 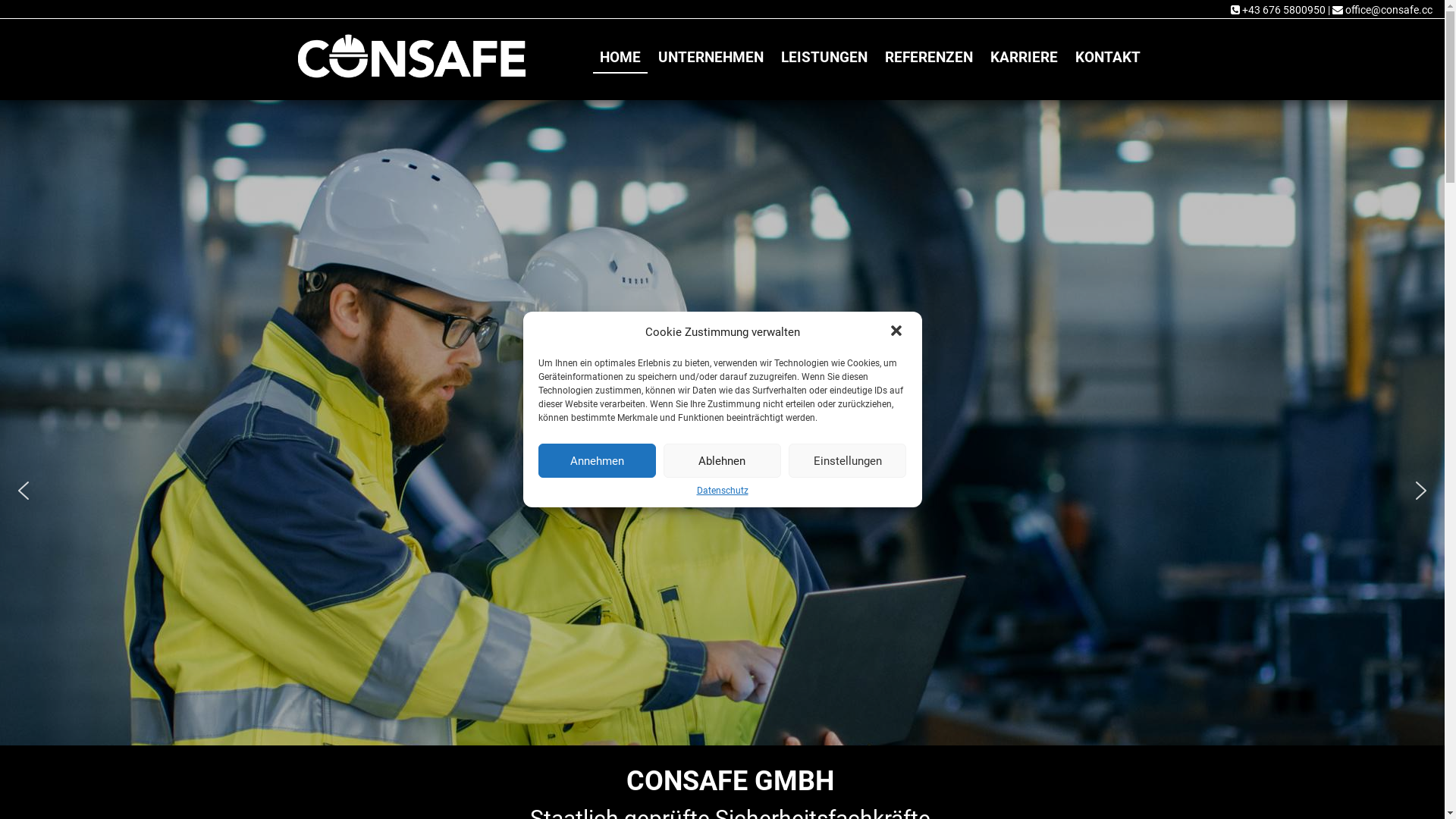 I want to click on 'KONTAKT', so click(x=1106, y=56).